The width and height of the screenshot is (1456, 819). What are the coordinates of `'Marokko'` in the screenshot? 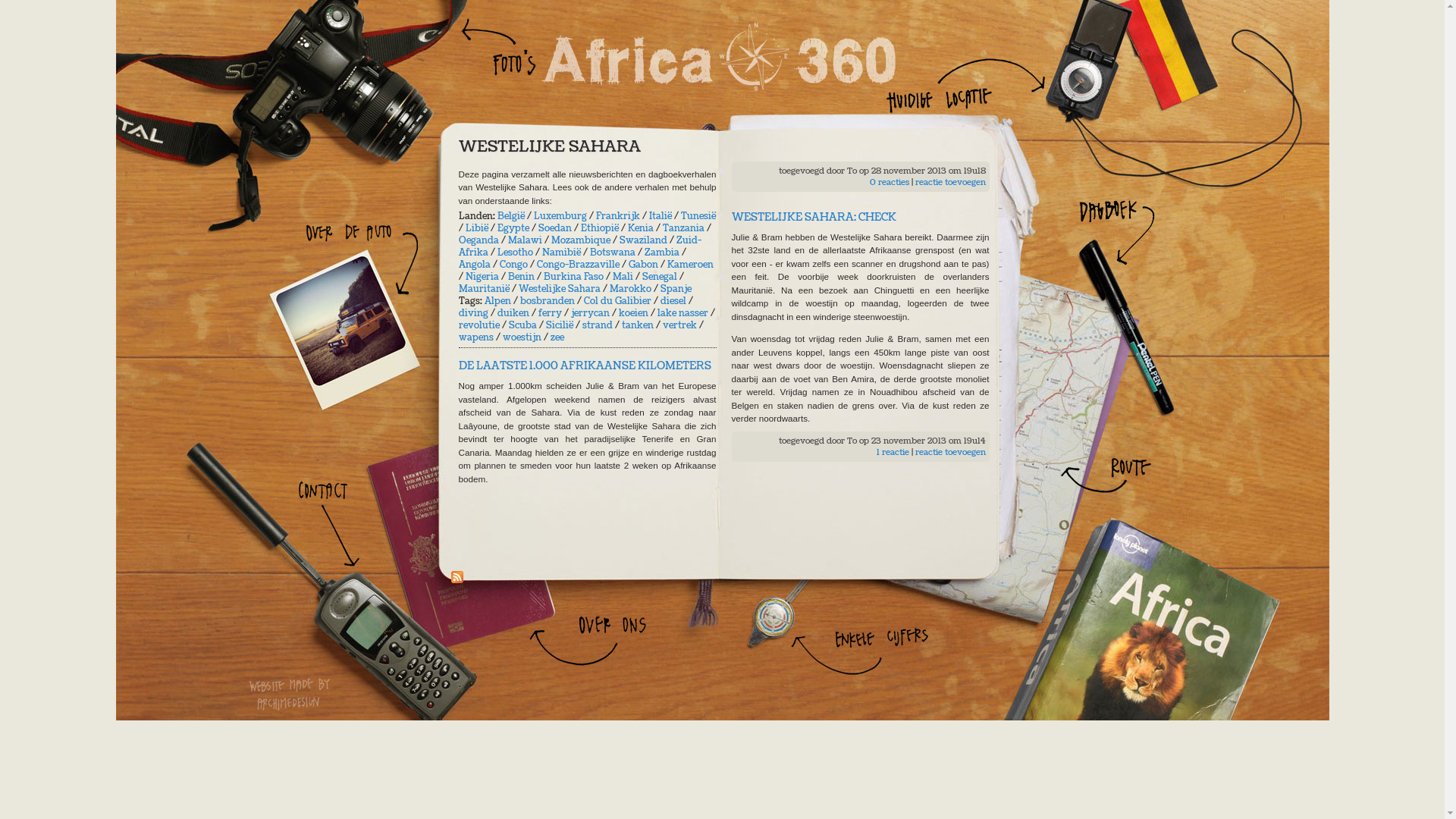 It's located at (610, 289).